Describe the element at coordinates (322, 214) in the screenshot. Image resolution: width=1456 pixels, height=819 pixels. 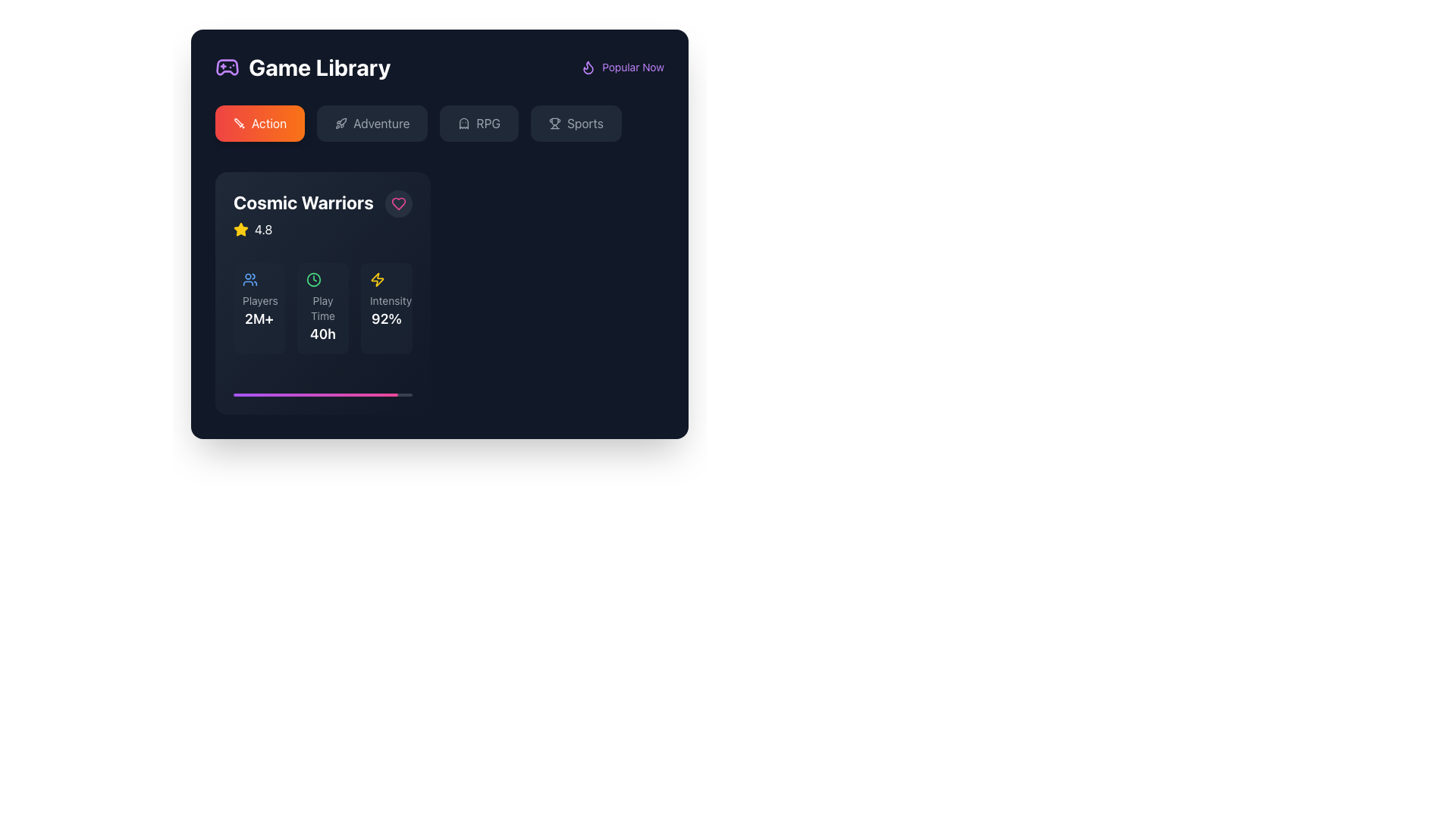
I see `the Text and icon display component that shows the game title 'Cosmic Warriors' with a star-rating of '4.8', located in the upper section of the card component` at that location.